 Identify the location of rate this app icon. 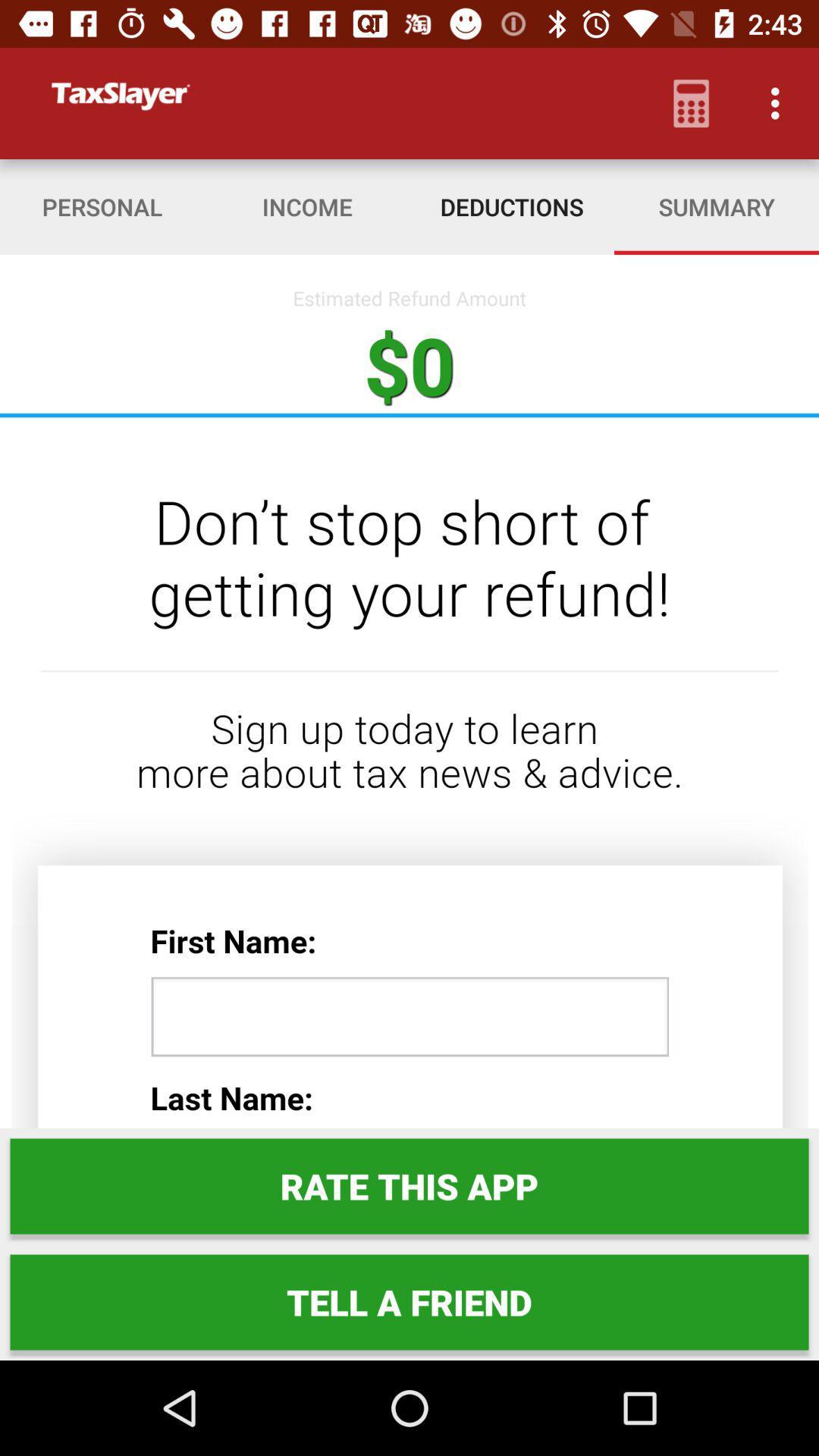
(409, 1185).